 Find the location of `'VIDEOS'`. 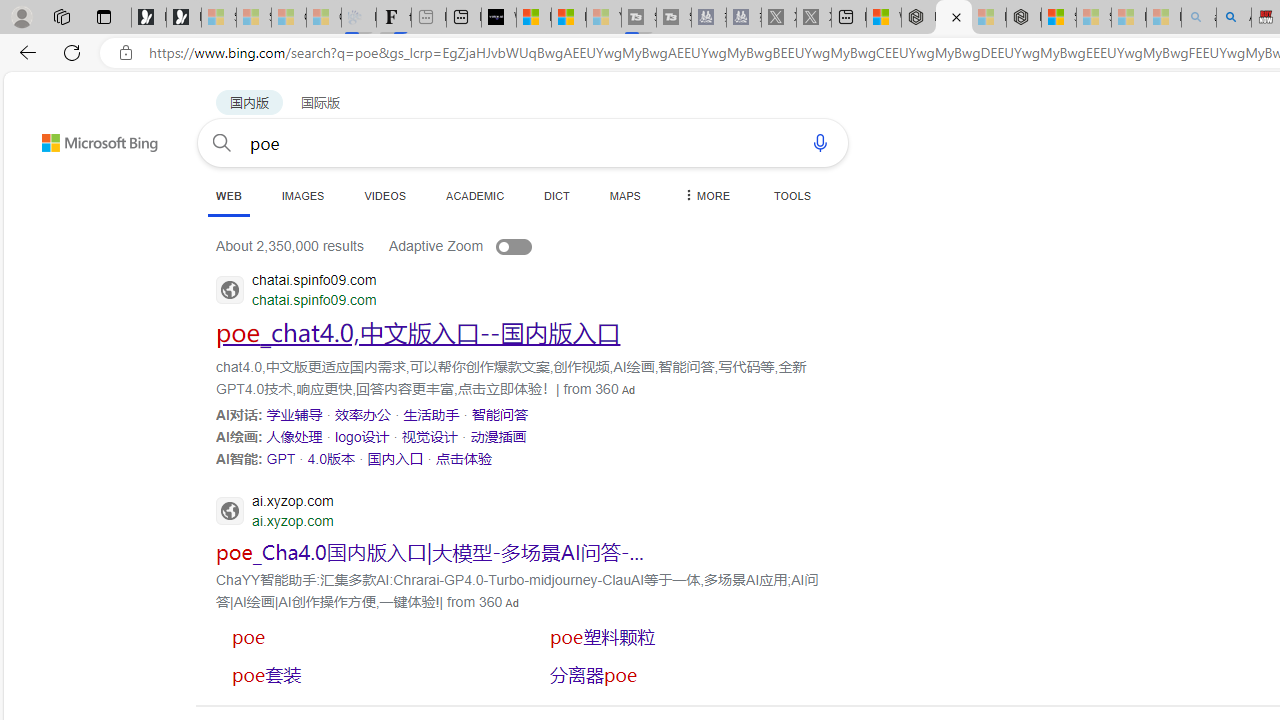

'VIDEOS' is located at coordinates (385, 195).